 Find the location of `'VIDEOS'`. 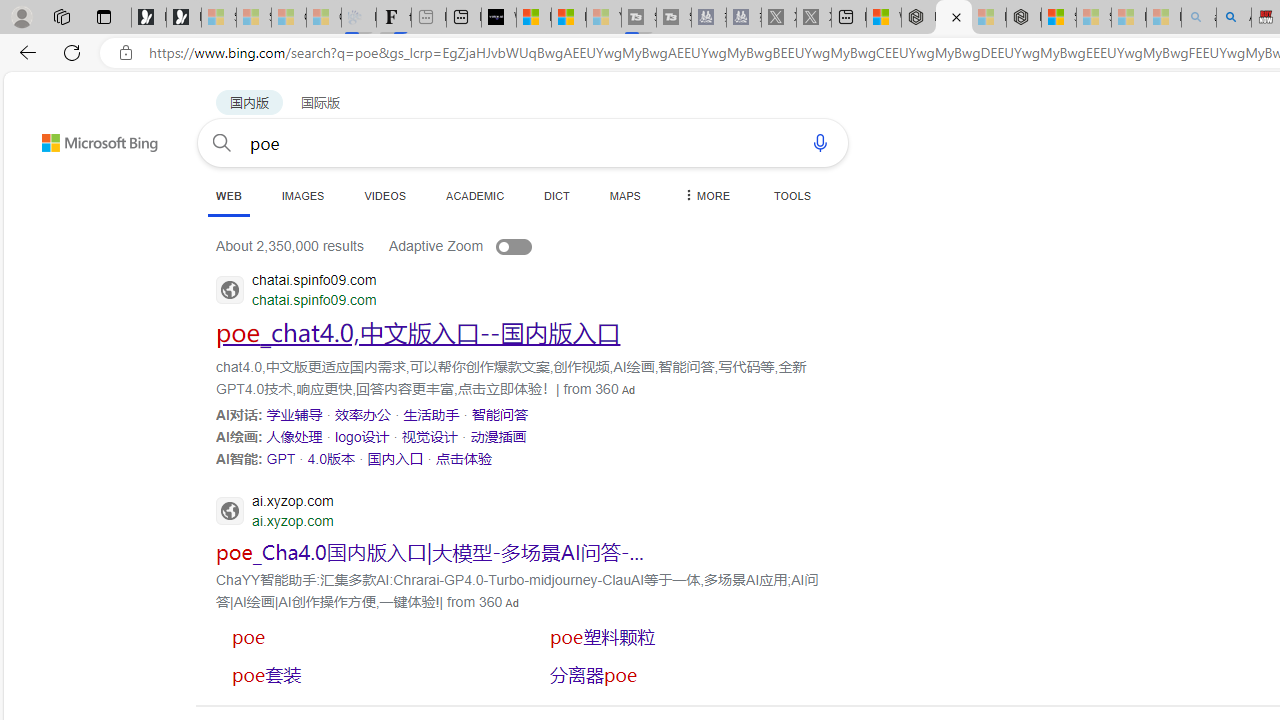

'VIDEOS' is located at coordinates (385, 195).